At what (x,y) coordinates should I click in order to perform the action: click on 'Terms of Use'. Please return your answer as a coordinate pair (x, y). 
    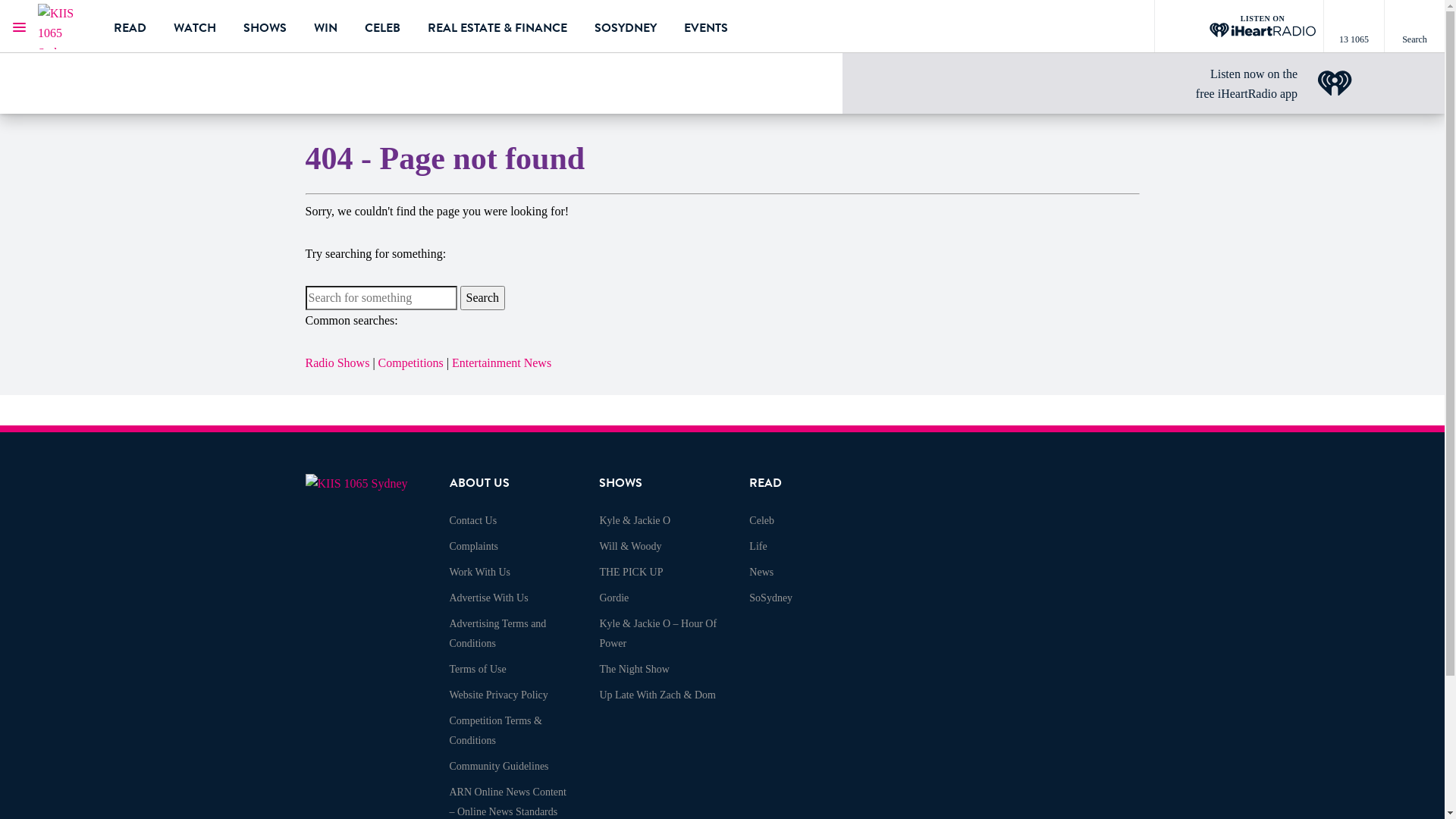
    Looking at the image, I should click on (447, 668).